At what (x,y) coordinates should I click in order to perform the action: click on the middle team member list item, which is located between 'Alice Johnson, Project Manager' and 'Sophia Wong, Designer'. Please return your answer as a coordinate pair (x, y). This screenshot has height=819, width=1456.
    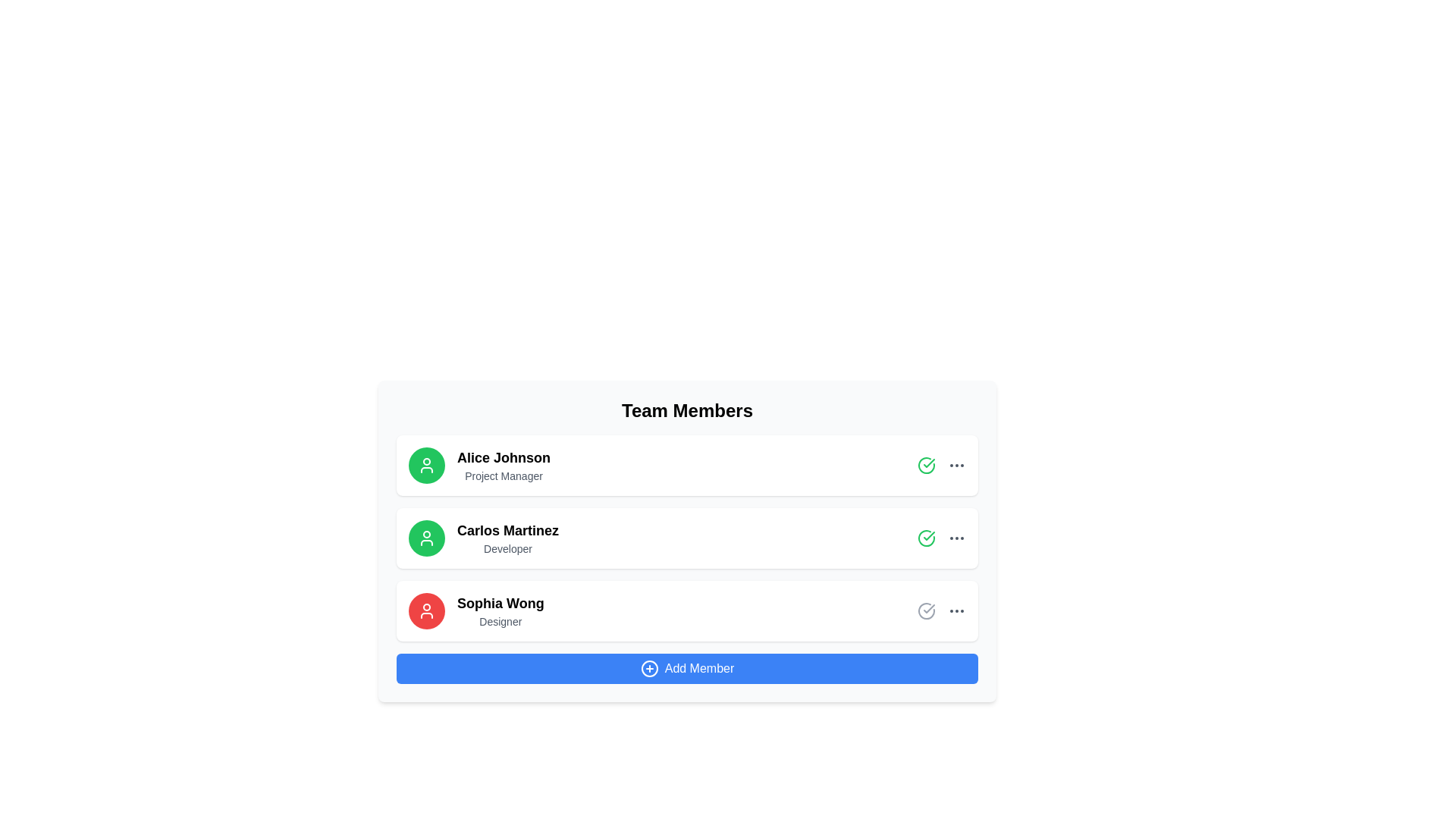
    Looking at the image, I should click on (686, 537).